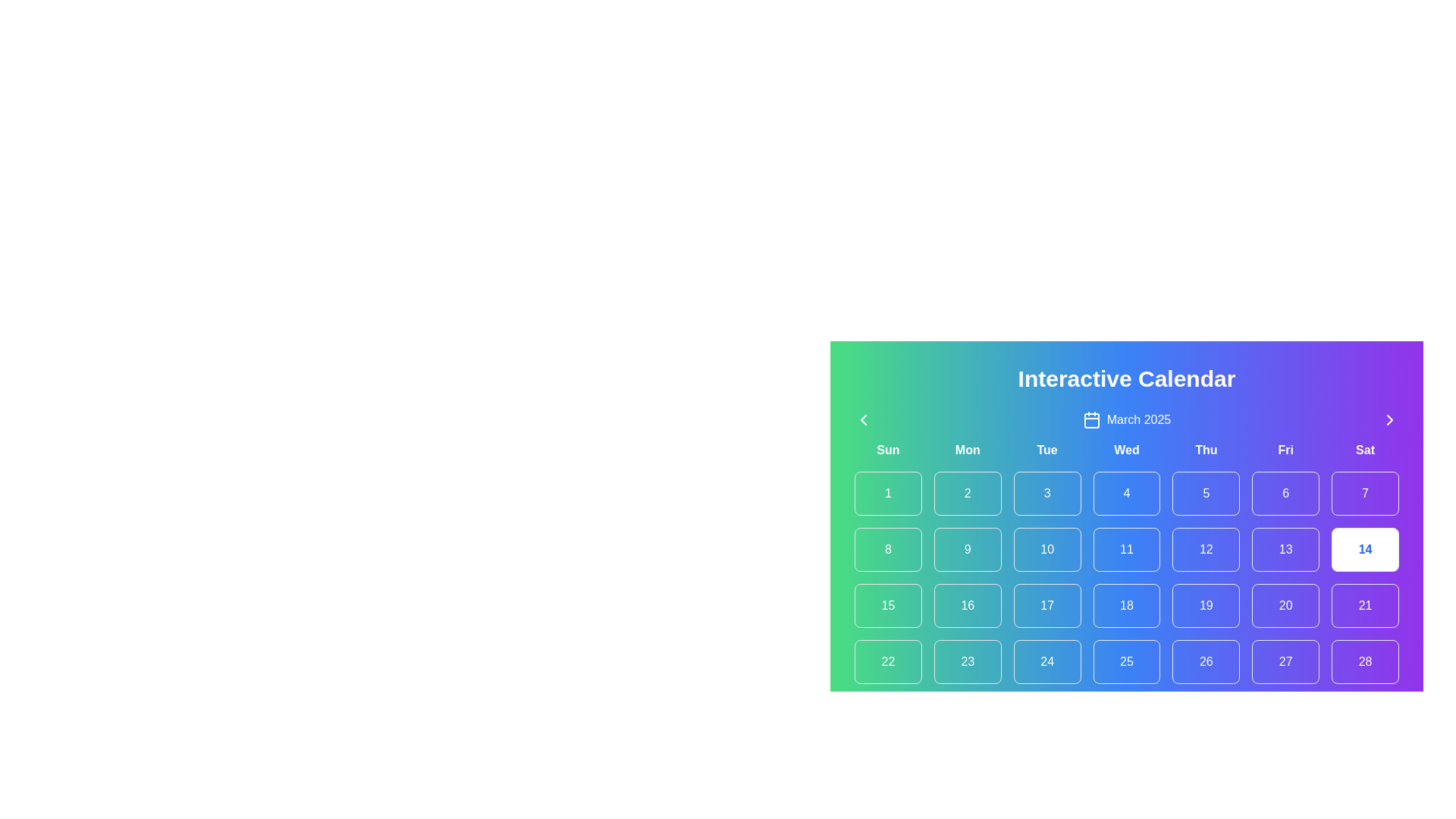 This screenshot has height=819, width=1456. What do you see at coordinates (1205, 604) in the screenshot?
I see `the button representing the 19th day of the month in the Interactive Calendar` at bounding box center [1205, 604].